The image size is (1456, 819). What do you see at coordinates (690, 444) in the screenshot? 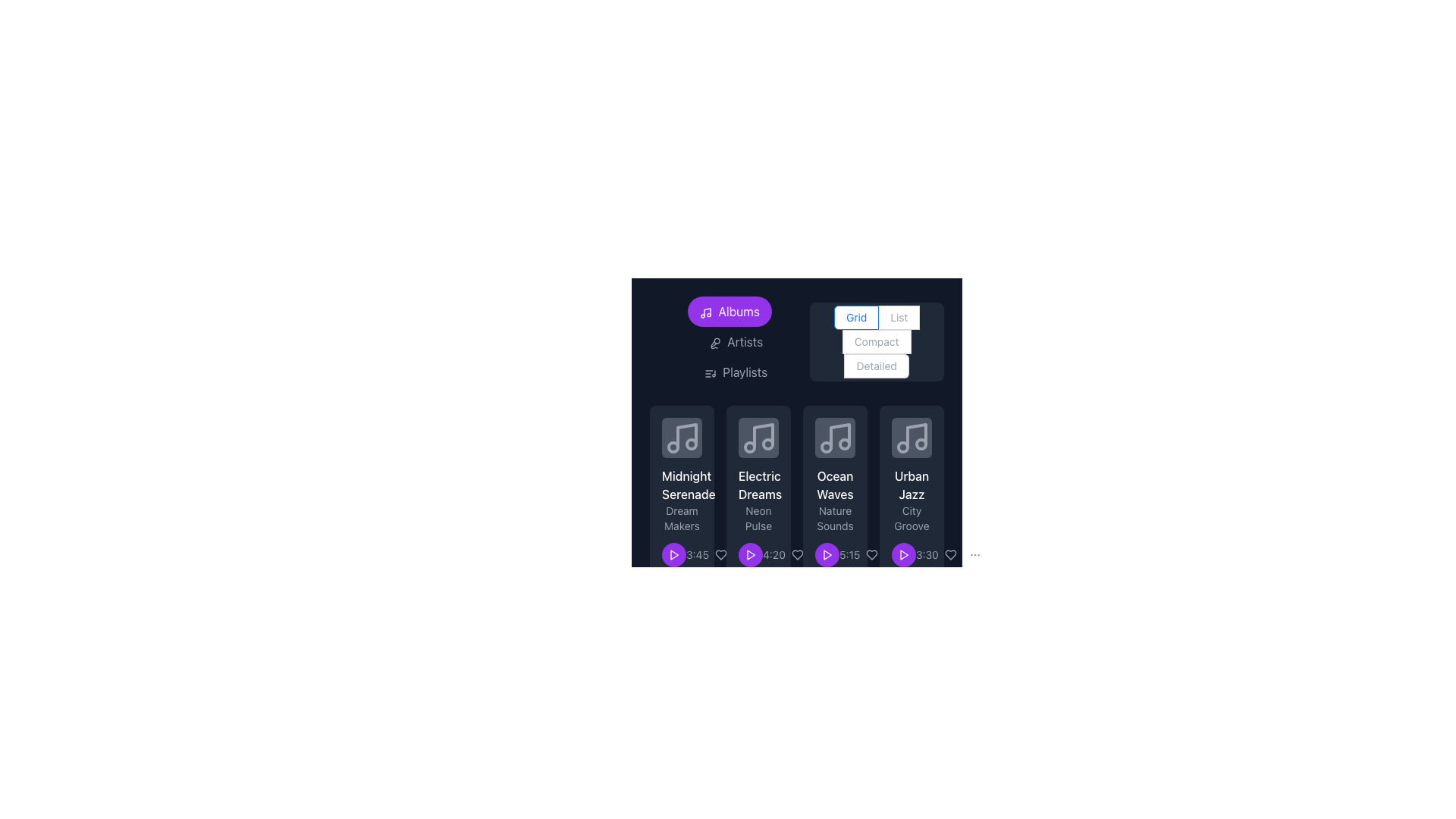
I see `the musical note icon located in the third album card from the left, which visually represents music-related content` at bounding box center [690, 444].